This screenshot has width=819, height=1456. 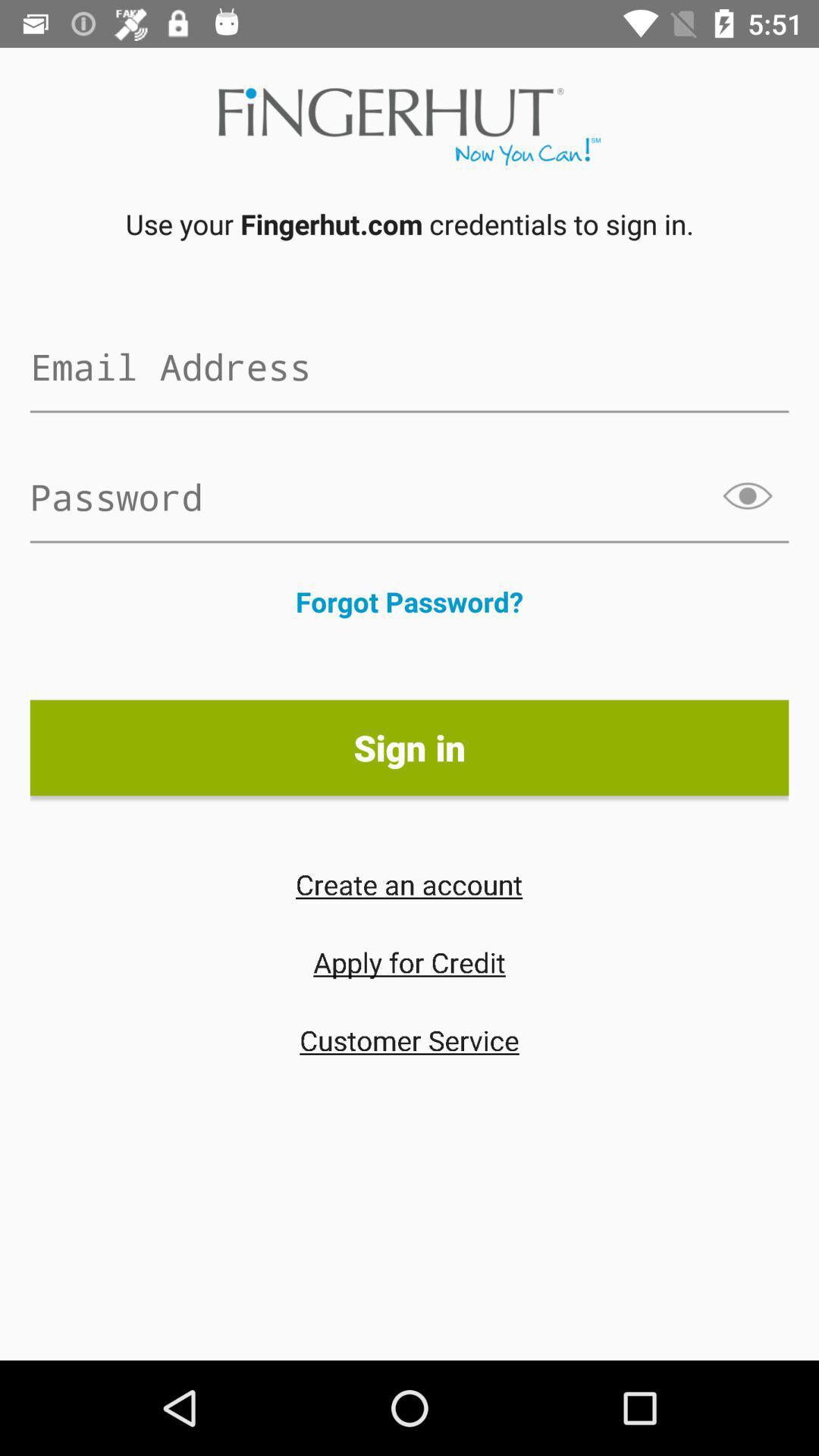 What do you see at coordinates (408, 884) in the screenshot?
I see `create an account icon` at bounding box center [408, 884].